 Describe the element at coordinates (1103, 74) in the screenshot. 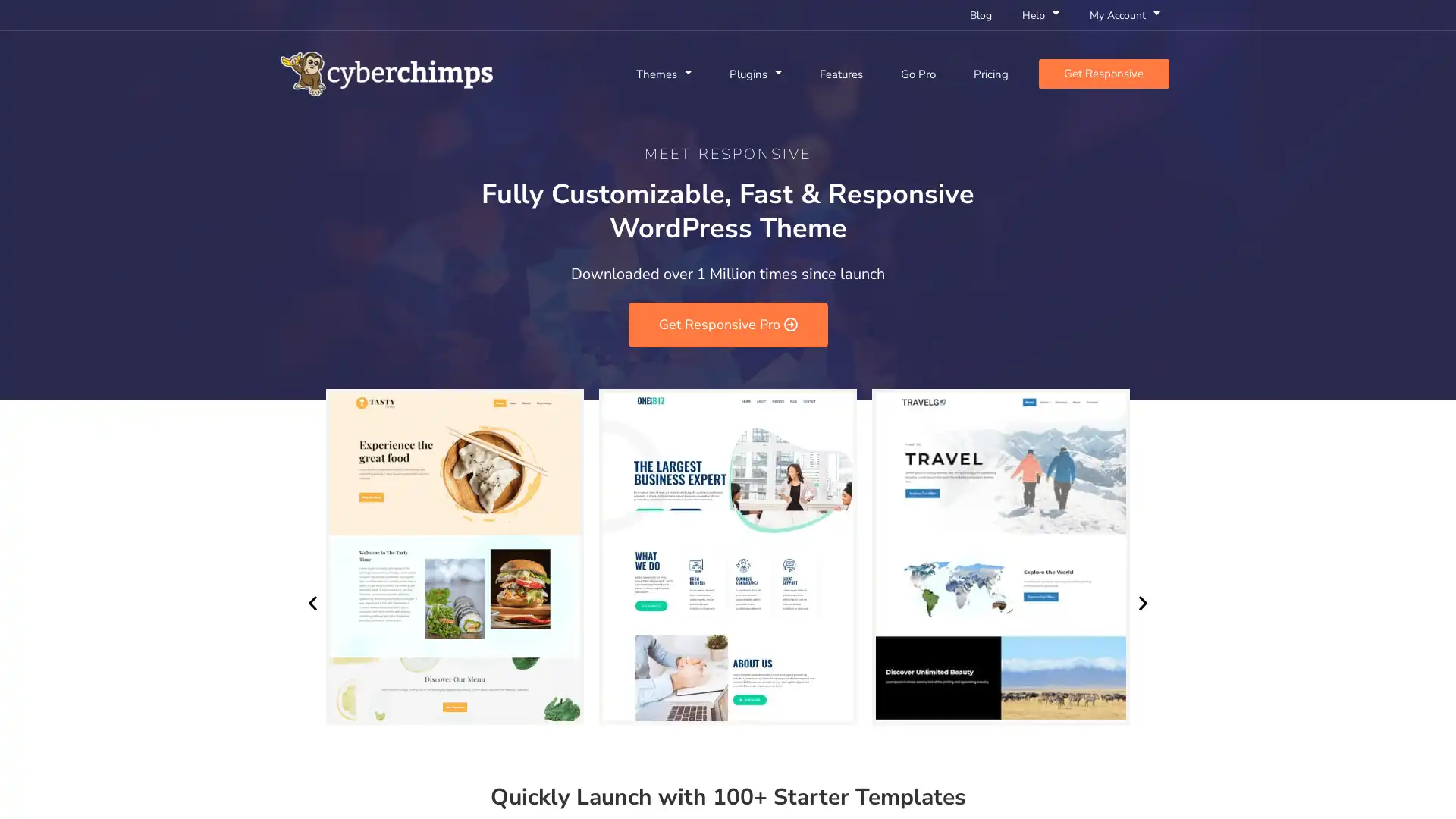

I see `Get Responsive` at that location.